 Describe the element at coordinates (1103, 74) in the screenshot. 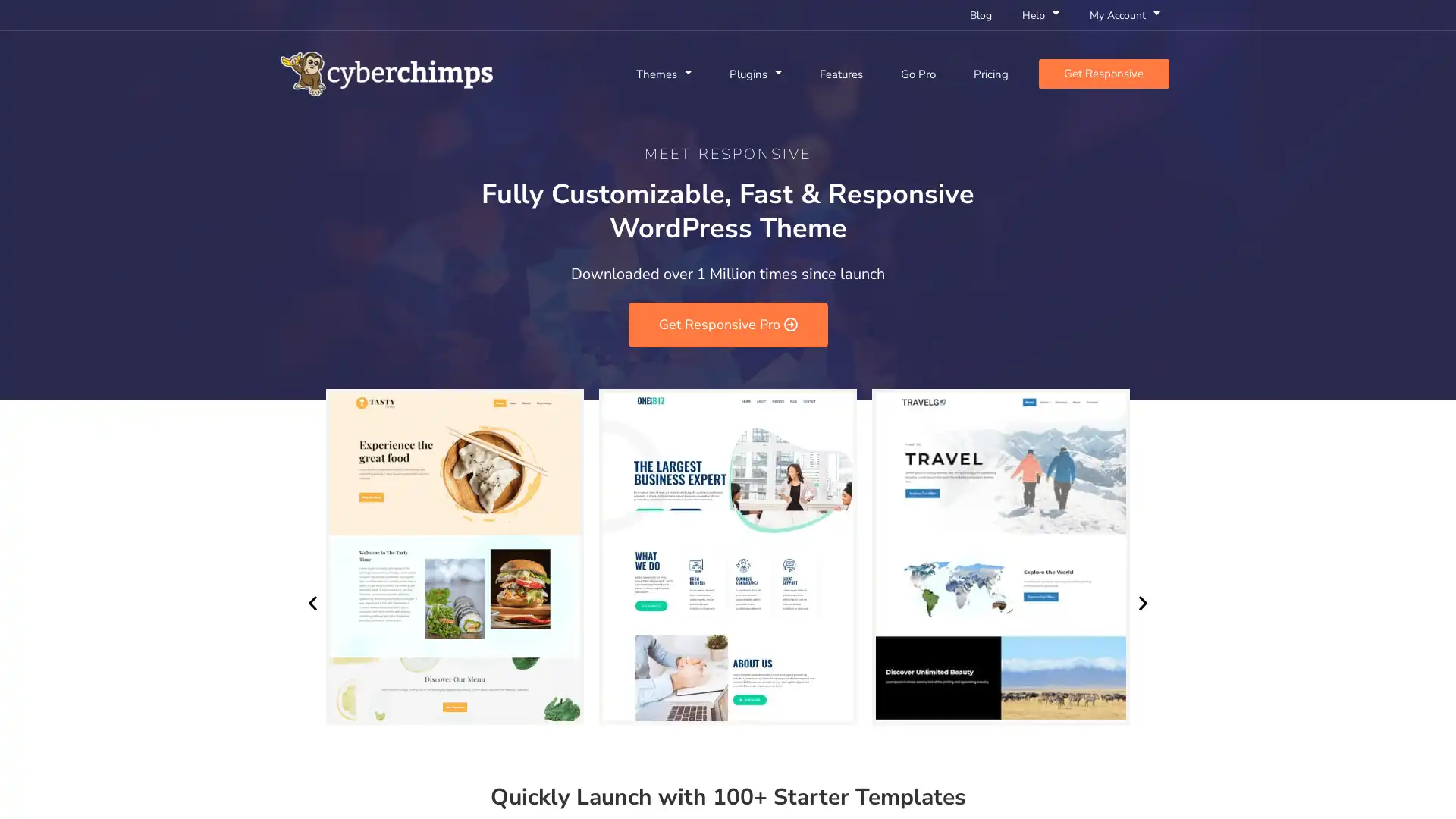

I see `Get Responsive` at that location.